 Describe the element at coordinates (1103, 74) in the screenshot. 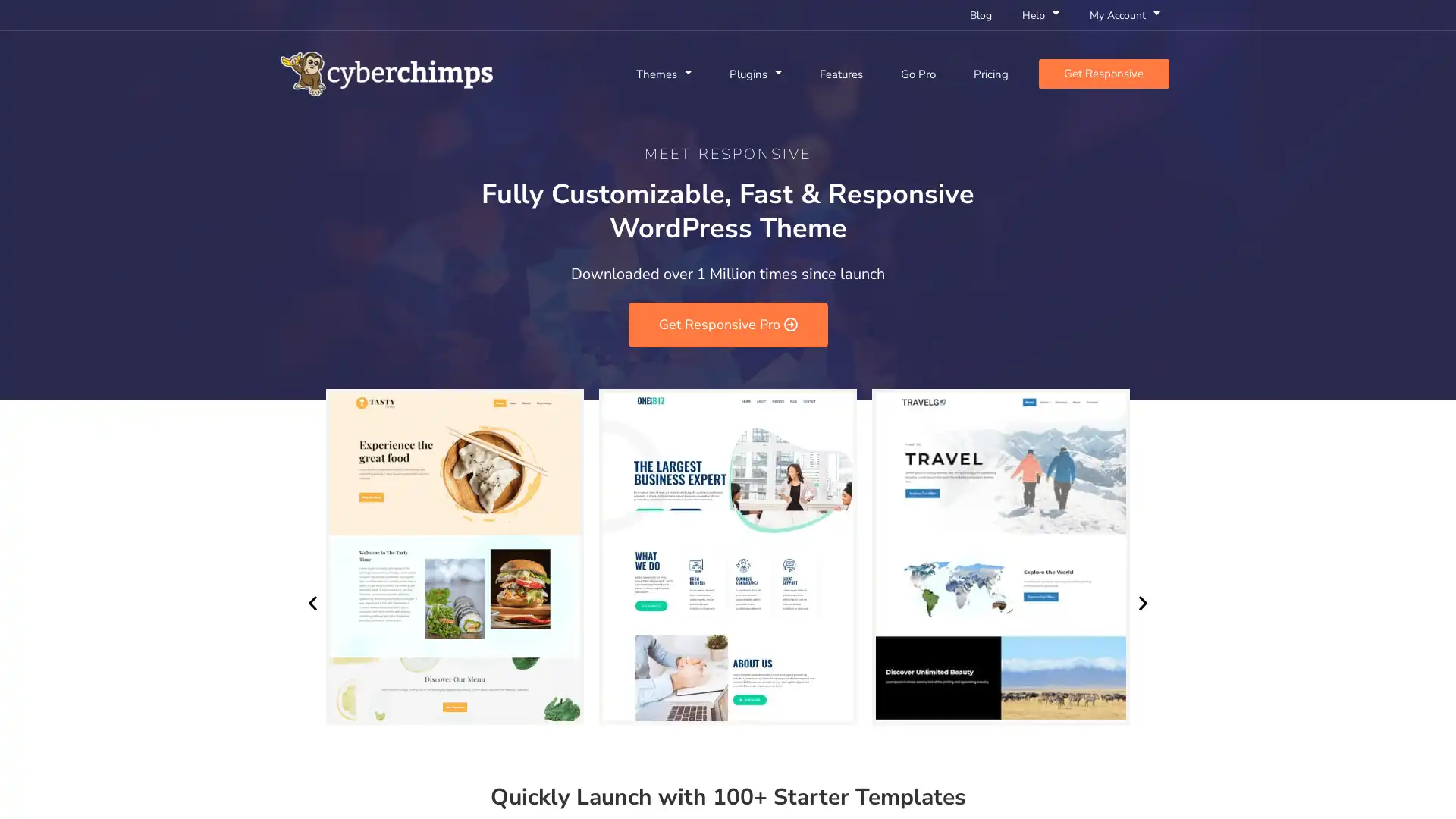

I see `Get Responsive` at that location.